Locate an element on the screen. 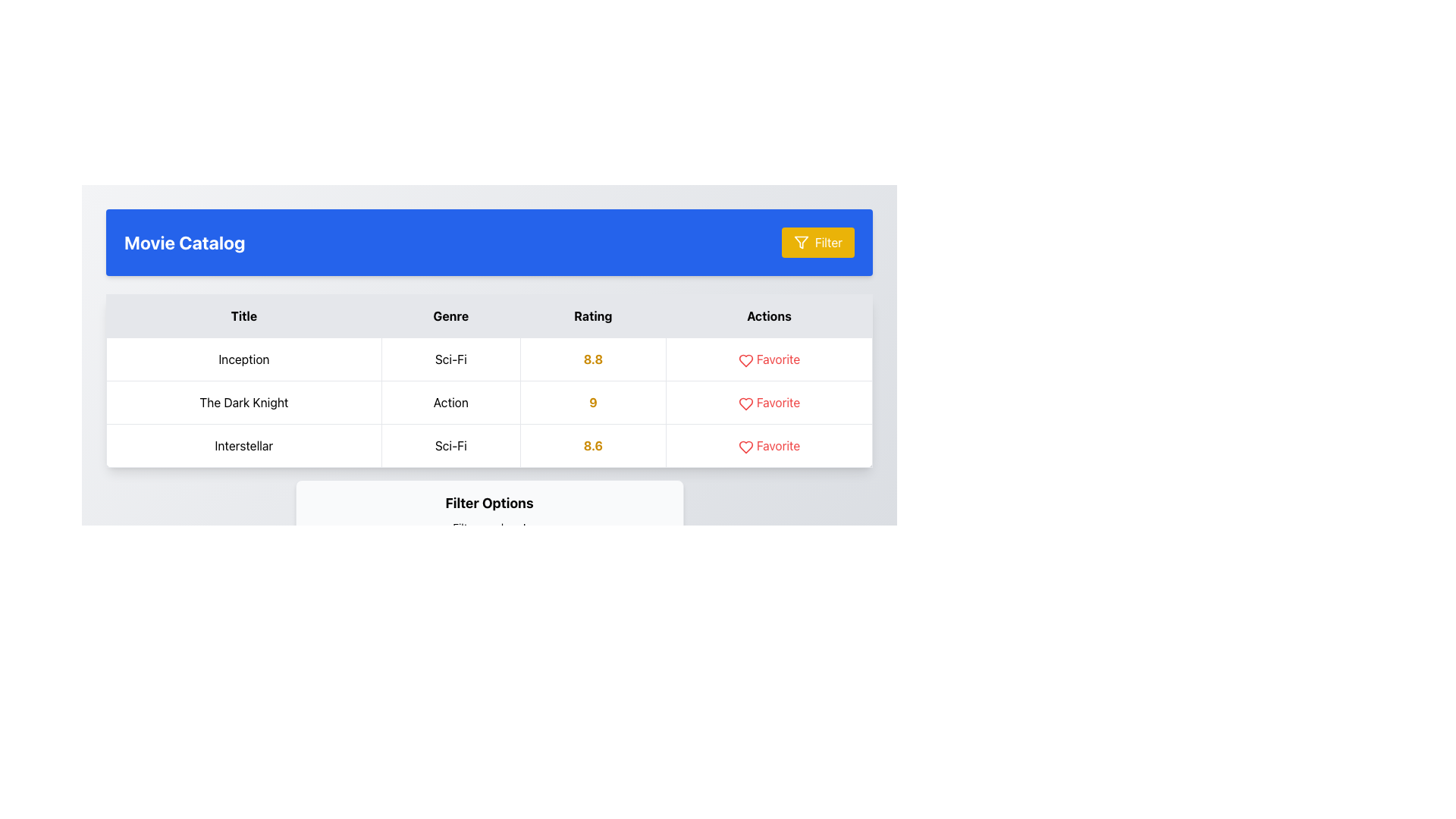 This screenshot has width=1456, height=819. the Text Label identifying the movie title in the third row under the 'Title' column, located below 'The Dark Knight' is located at coordinates (243, 444).